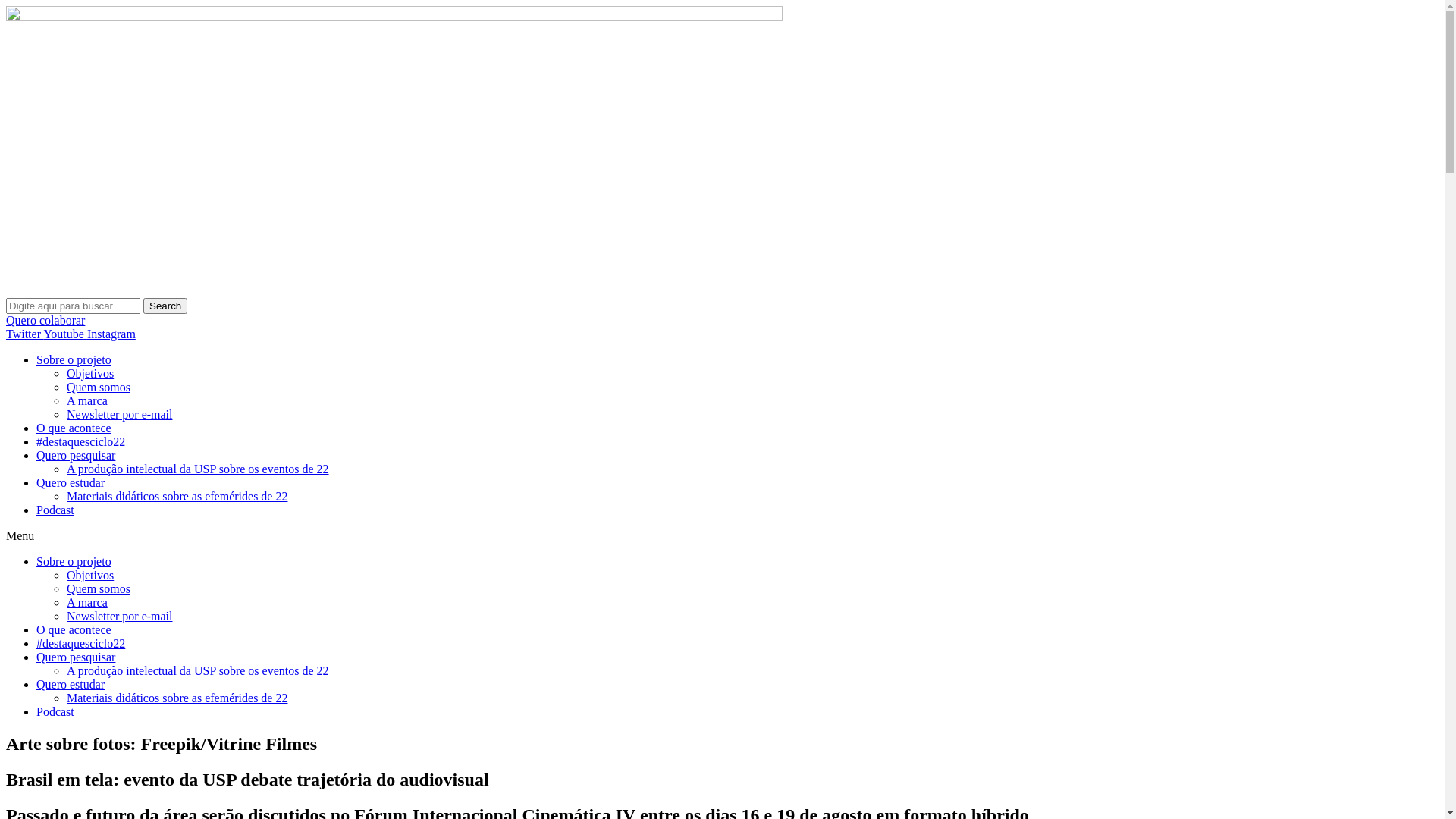  I want to click on 'Quero estudar', so click(36, 482).